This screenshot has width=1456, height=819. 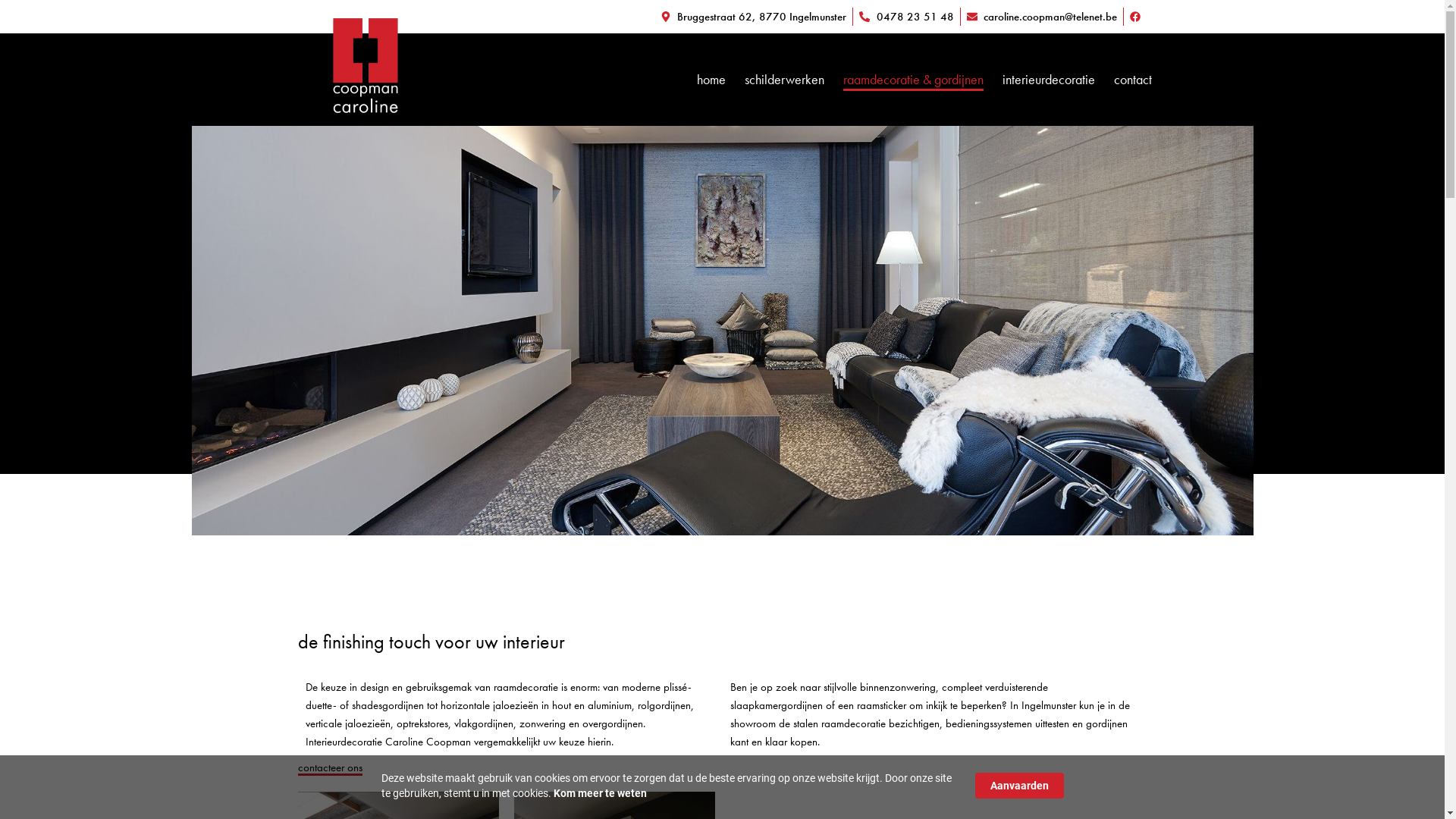 What do you see at coordinates (710, 79) in the screenshot?
I see `'home'` at bounding box center [710, 79].